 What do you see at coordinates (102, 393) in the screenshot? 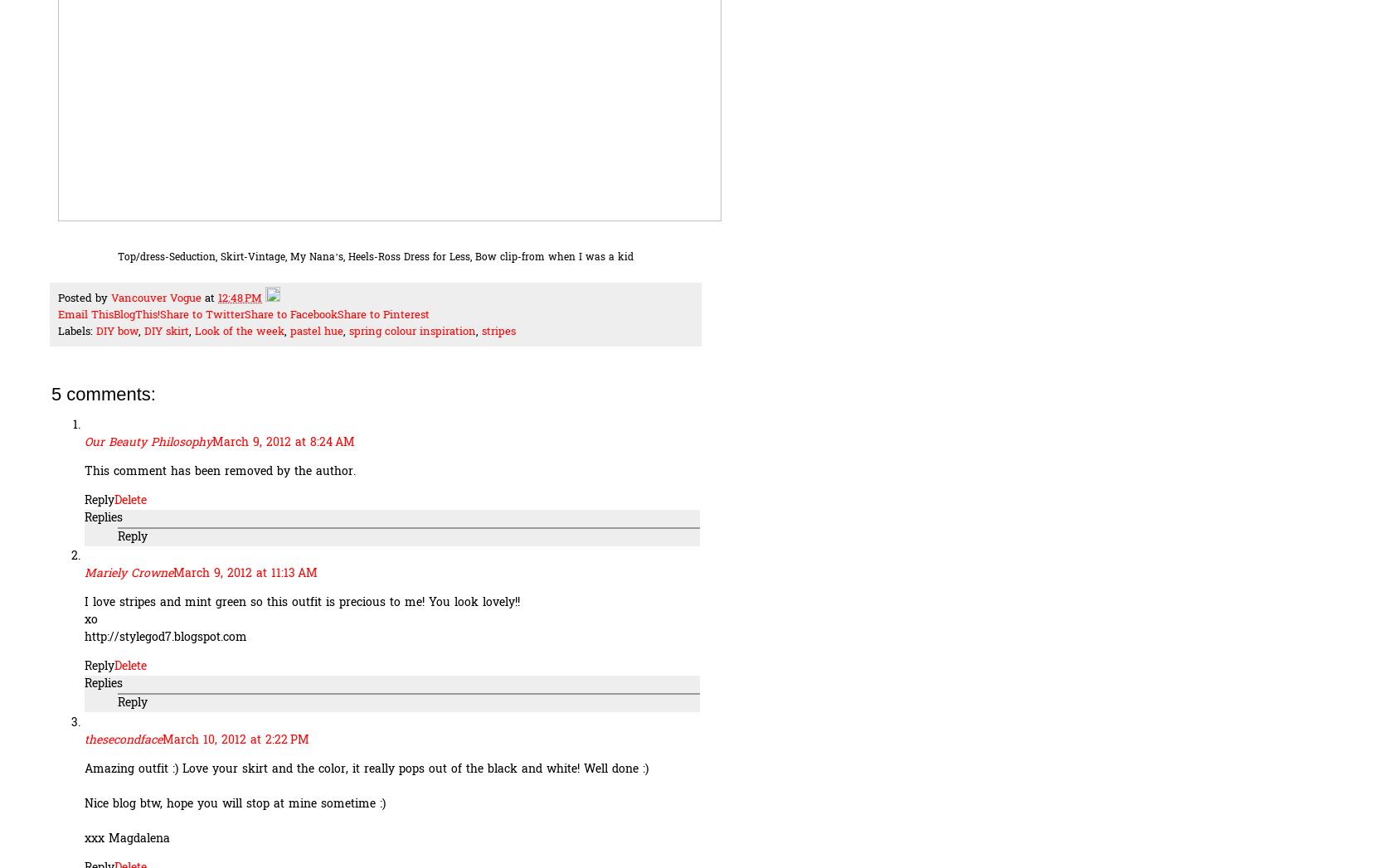
I see `'5 comments:'` at bounding box center [102, 393].